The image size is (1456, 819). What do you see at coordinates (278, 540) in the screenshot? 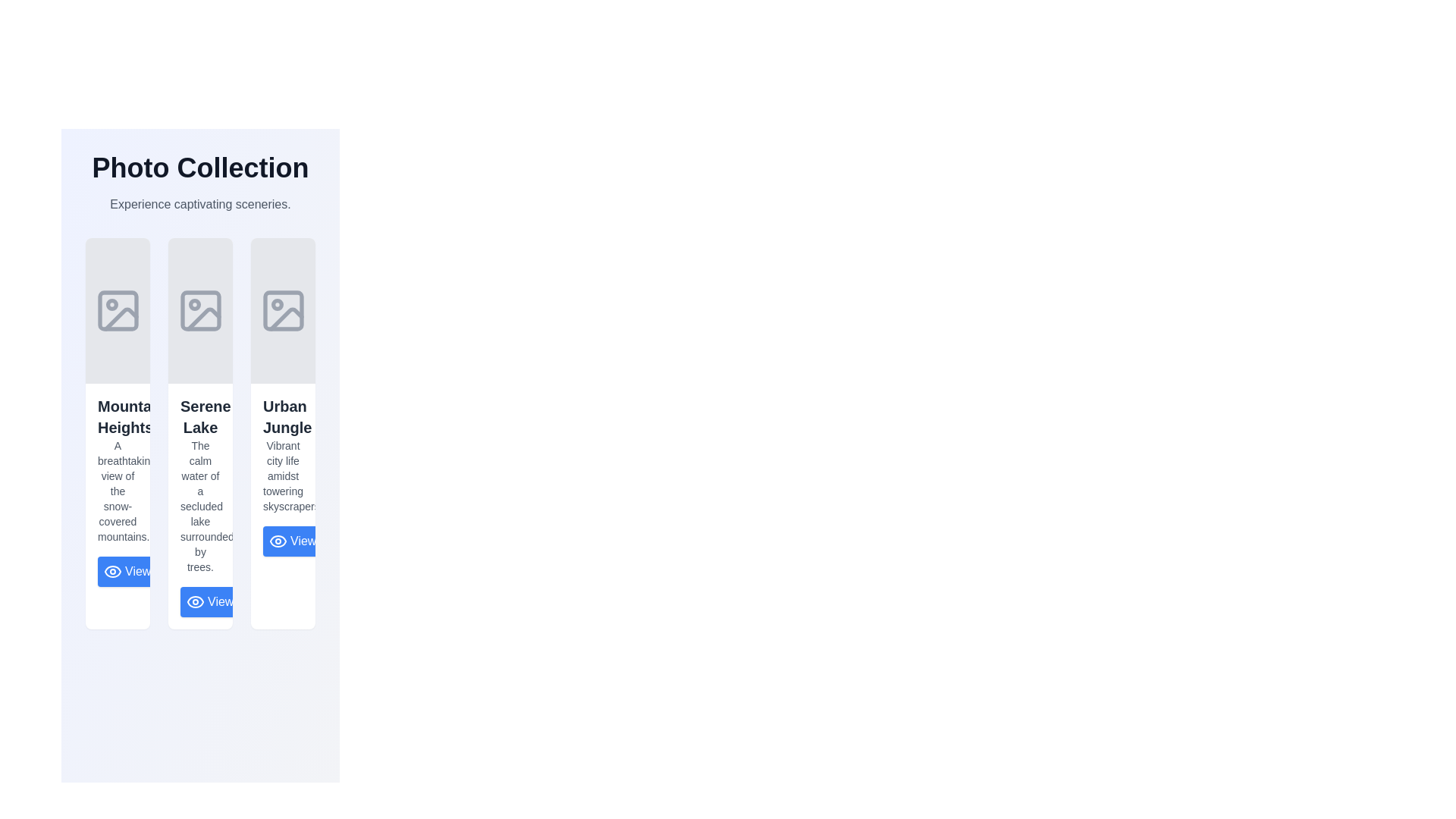
I see `the icon embedded in the blue 'View' button located in the 'Urban Jungle' section, which is the rightmost card under the 'Photo Collection' title` at bounding box center [278, 540].